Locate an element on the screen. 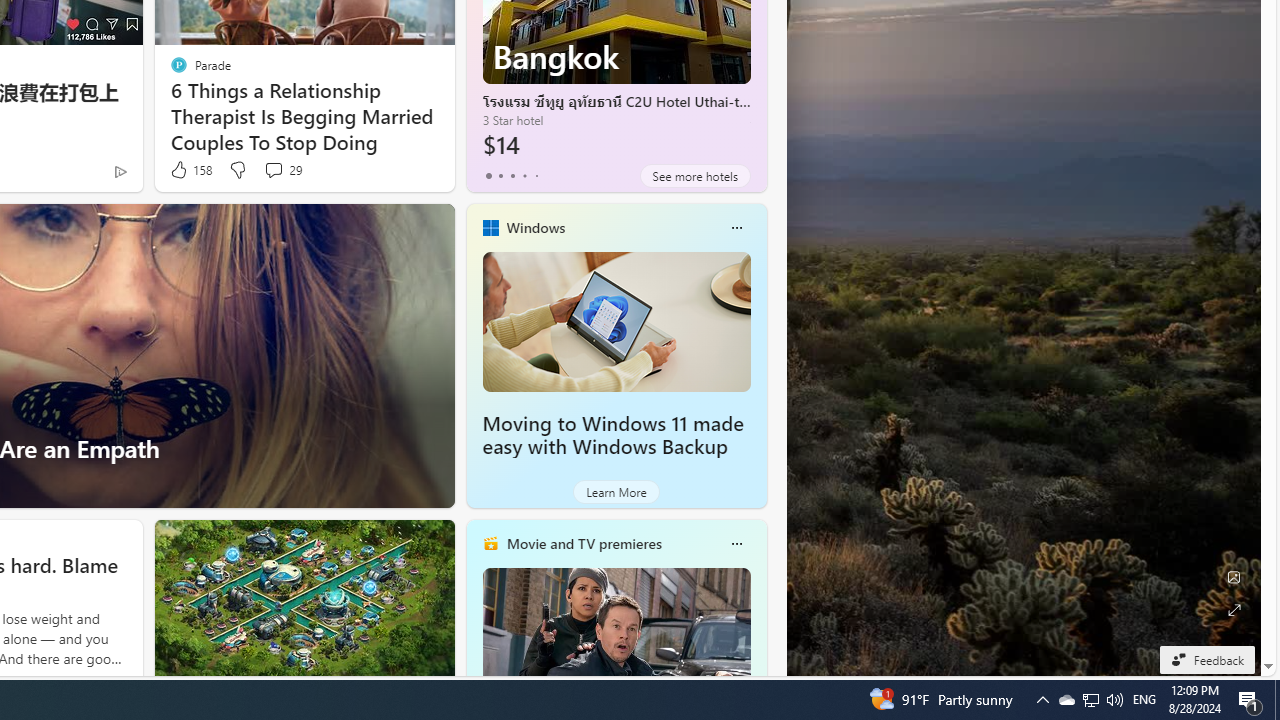 This screenshot has height=720, width=1280. 'View comments 29 Comment' is located at coordinates (272, 168).